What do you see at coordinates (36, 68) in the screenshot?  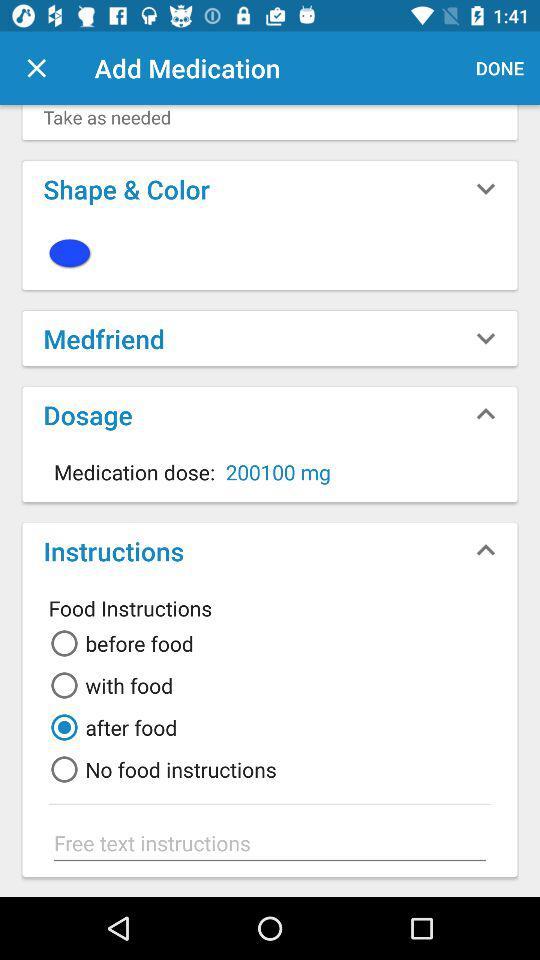 I see `screen` at bounding box center [36, 68].